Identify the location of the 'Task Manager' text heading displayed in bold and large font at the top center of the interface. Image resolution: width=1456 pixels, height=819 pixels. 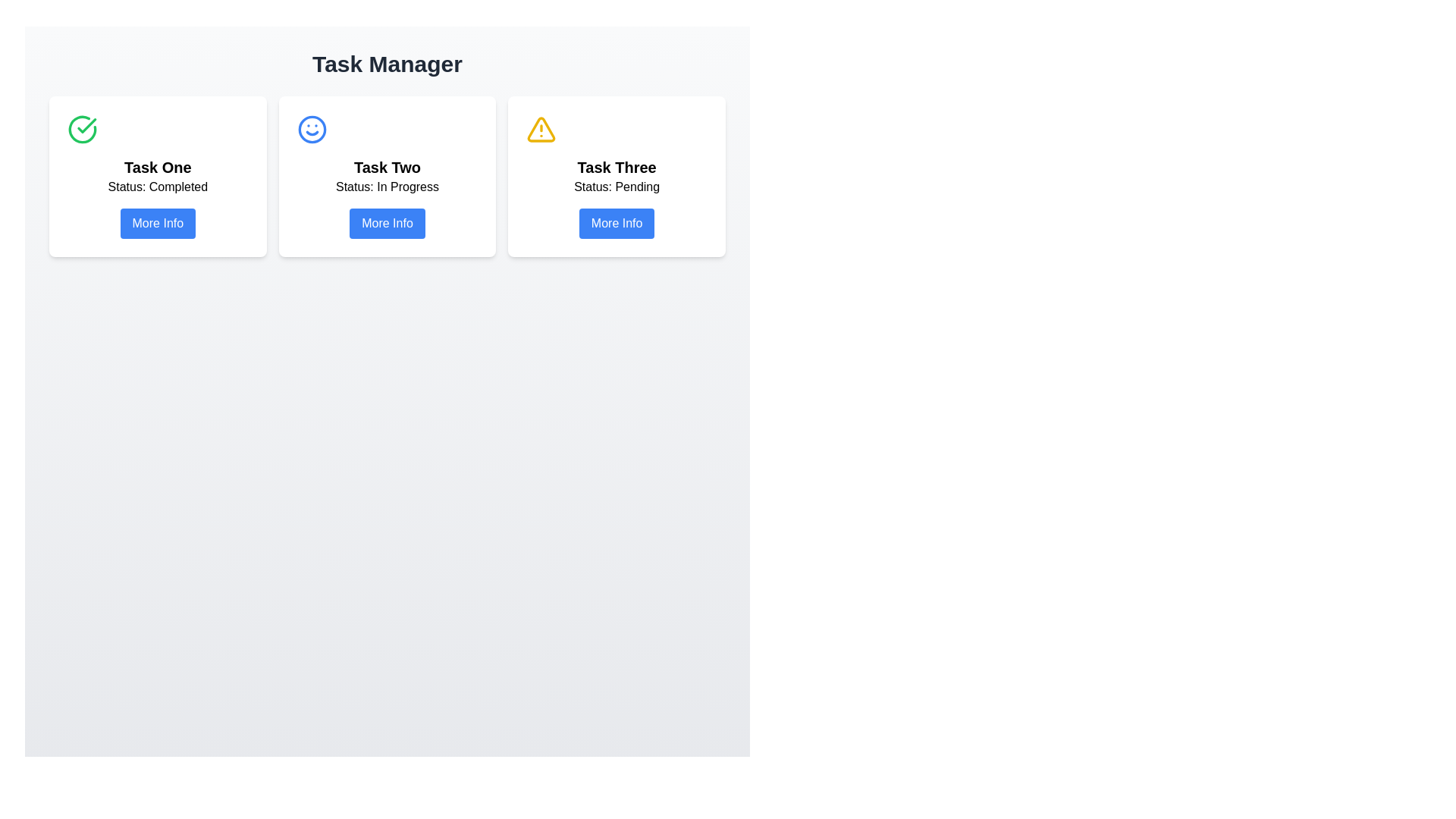
(387, 63).